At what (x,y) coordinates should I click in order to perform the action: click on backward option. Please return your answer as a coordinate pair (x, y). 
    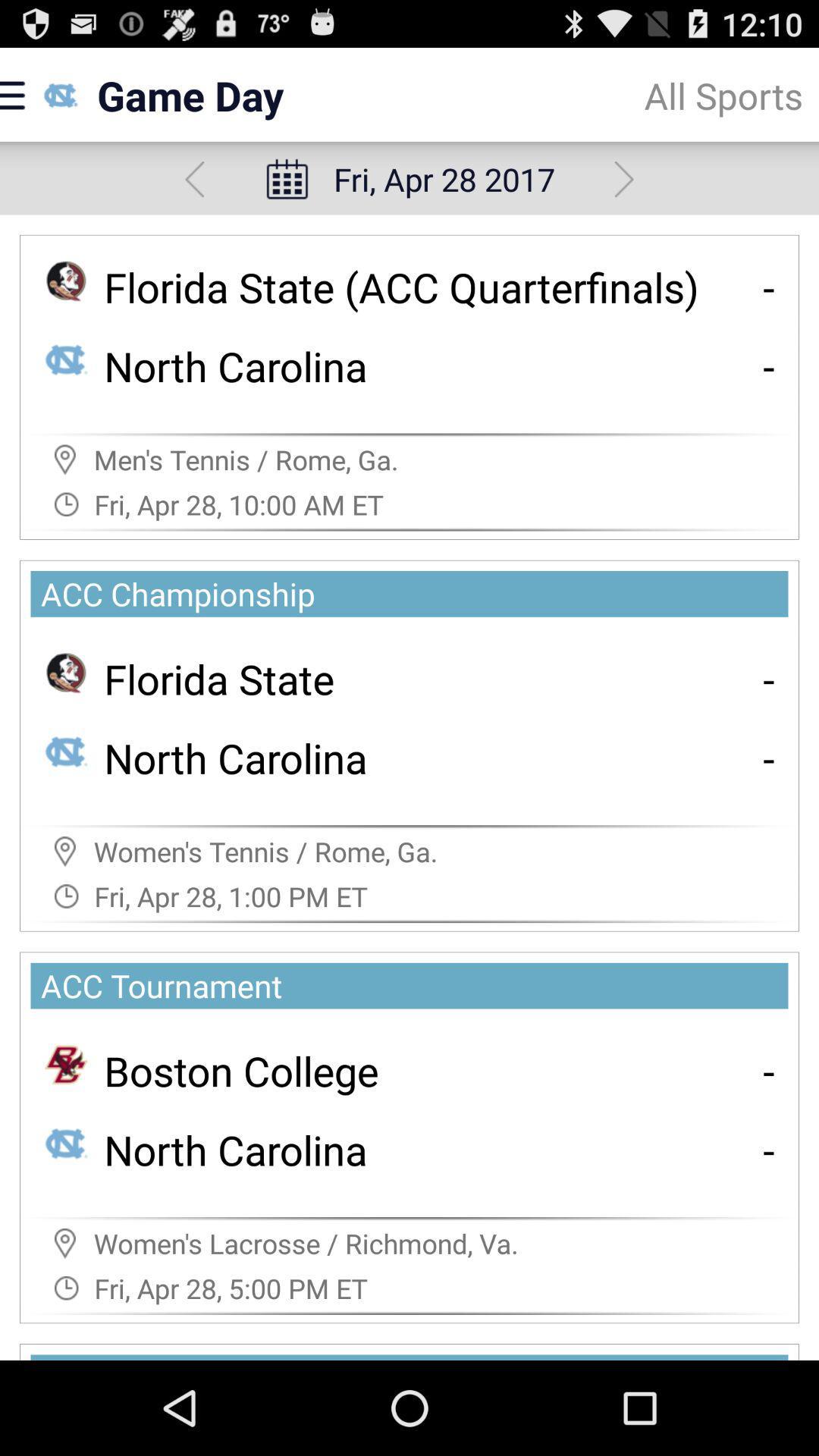
    Looking at the image, I should click on (193, 179).